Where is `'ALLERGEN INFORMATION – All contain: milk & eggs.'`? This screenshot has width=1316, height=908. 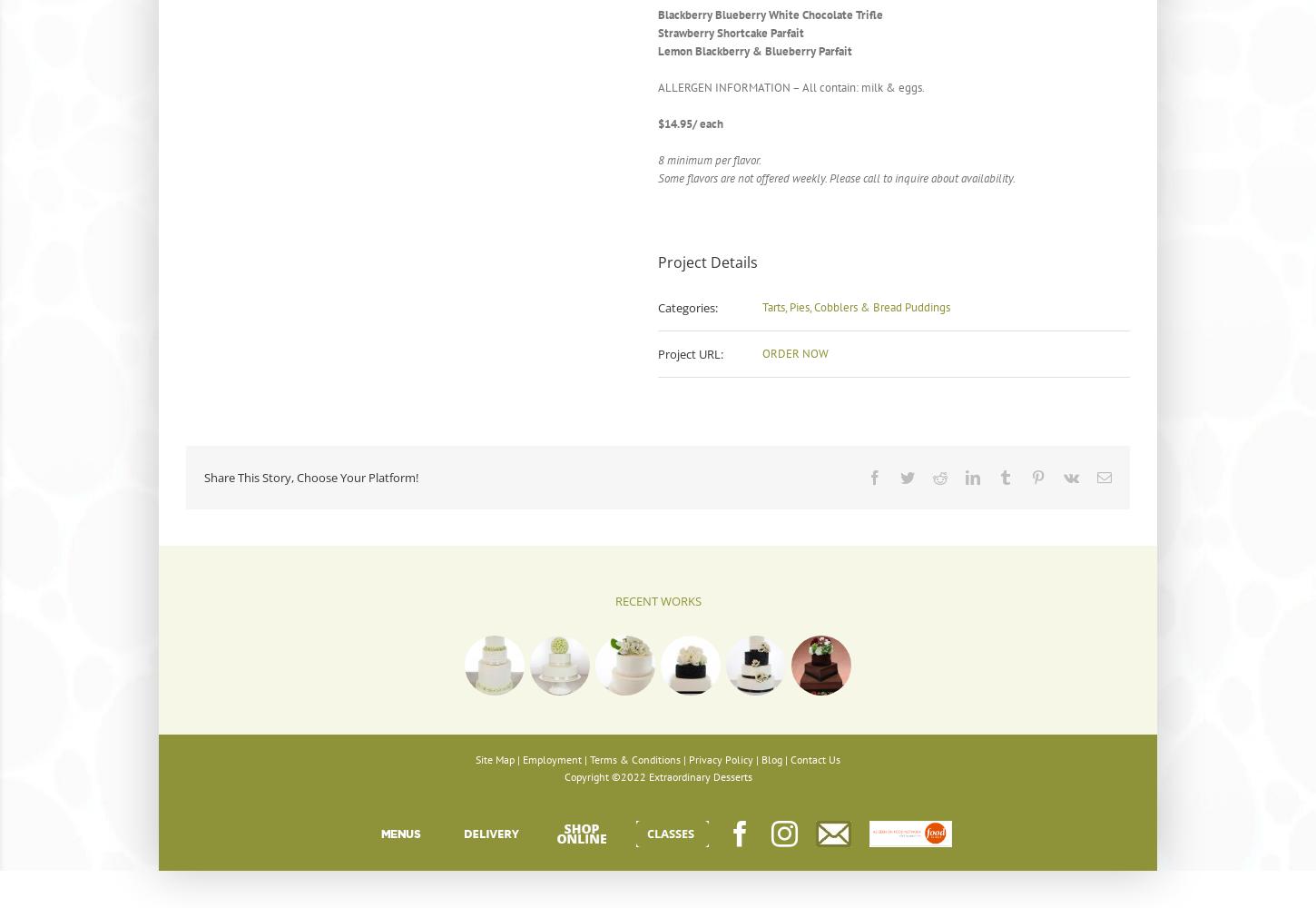 'ALLERGEN INFORMATION – All contain: milk & eggs.' is located at coordinates (791, 86).